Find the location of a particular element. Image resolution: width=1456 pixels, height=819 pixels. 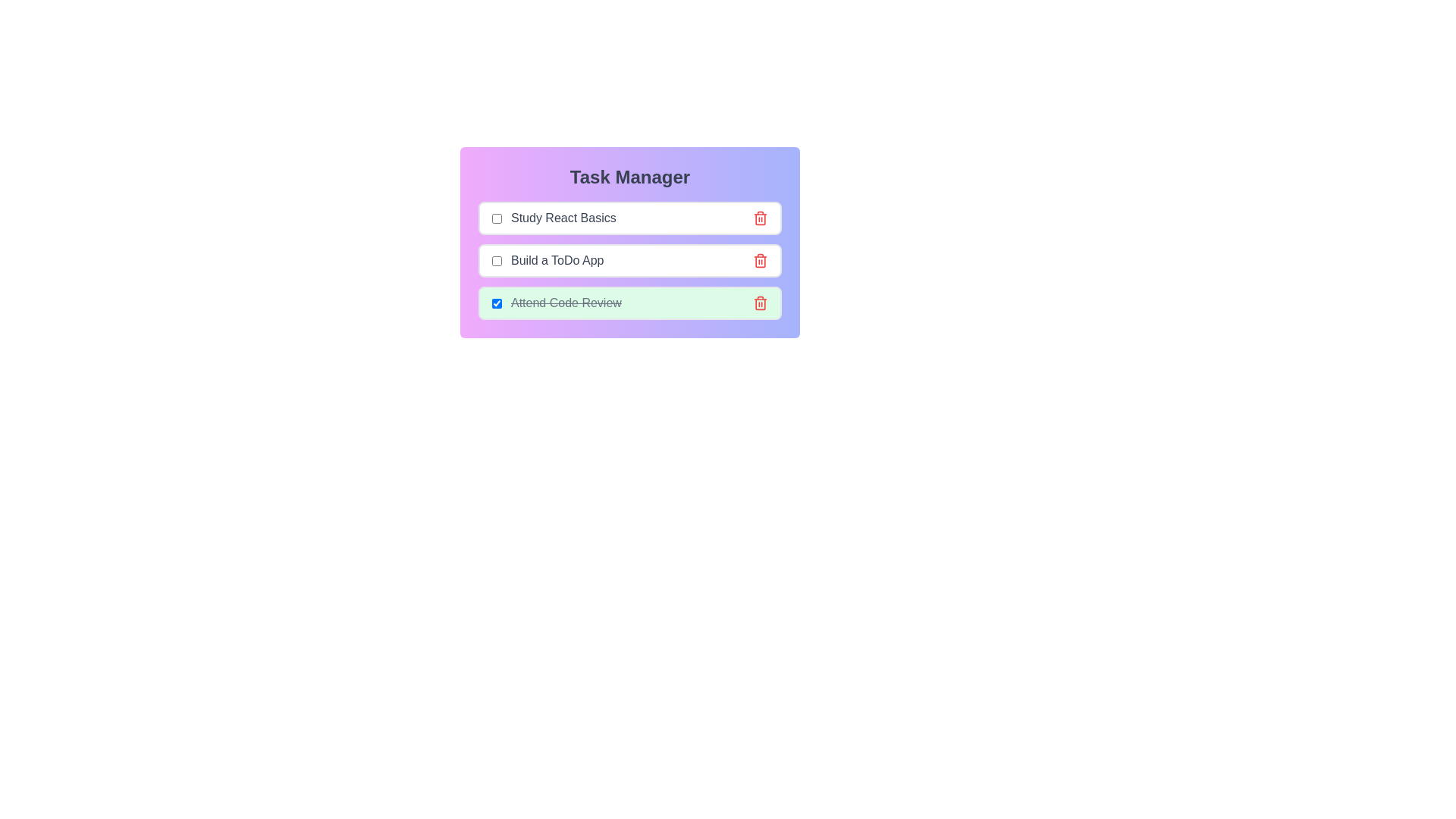

the delete button for the task titled Attend Code Review is located at coordinates (761, 303).